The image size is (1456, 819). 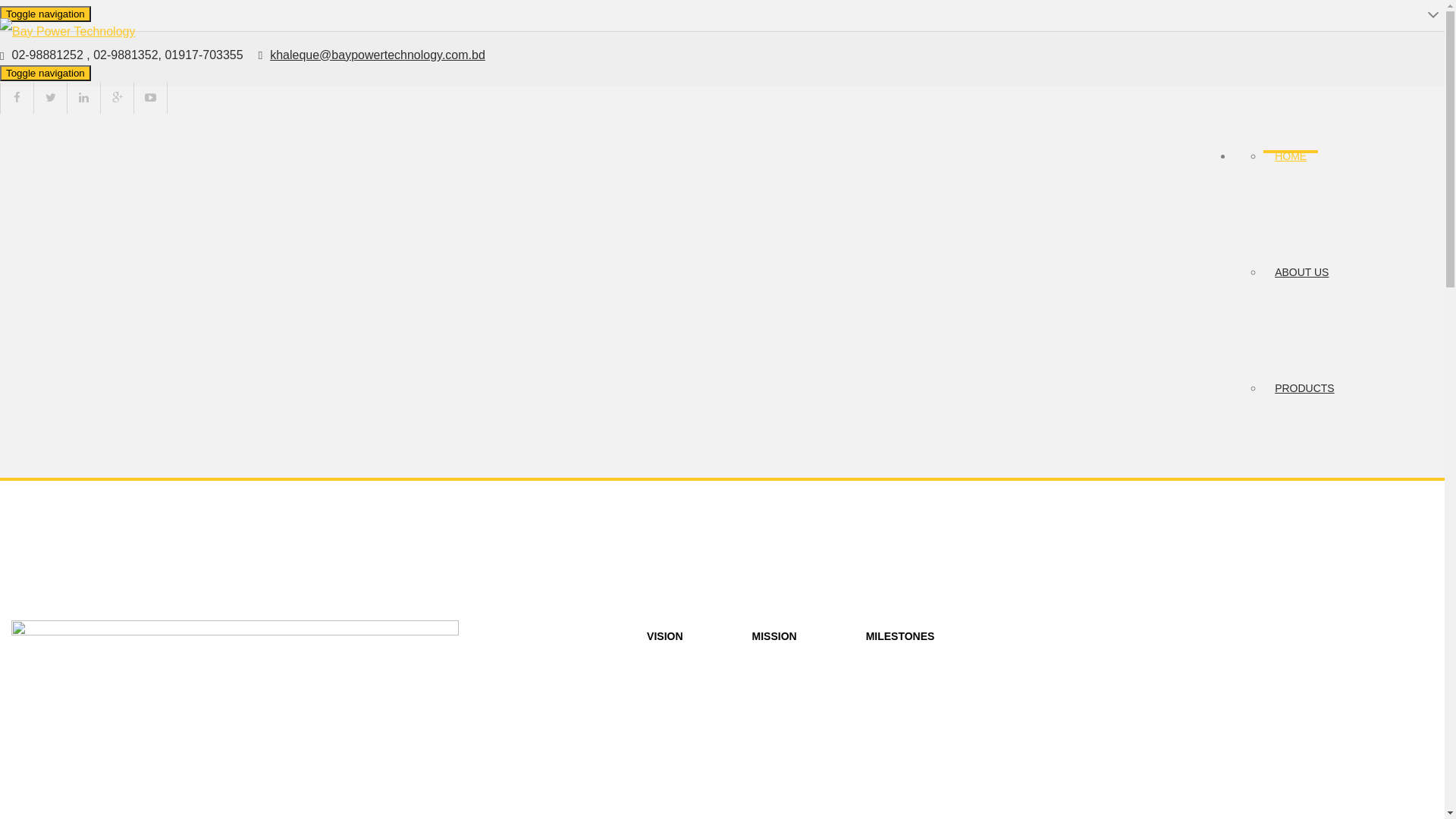 What do you see at coordinates (900, 636) in the screenshot?
I see `'MILESTONES'` at bounding box center [900, 636].